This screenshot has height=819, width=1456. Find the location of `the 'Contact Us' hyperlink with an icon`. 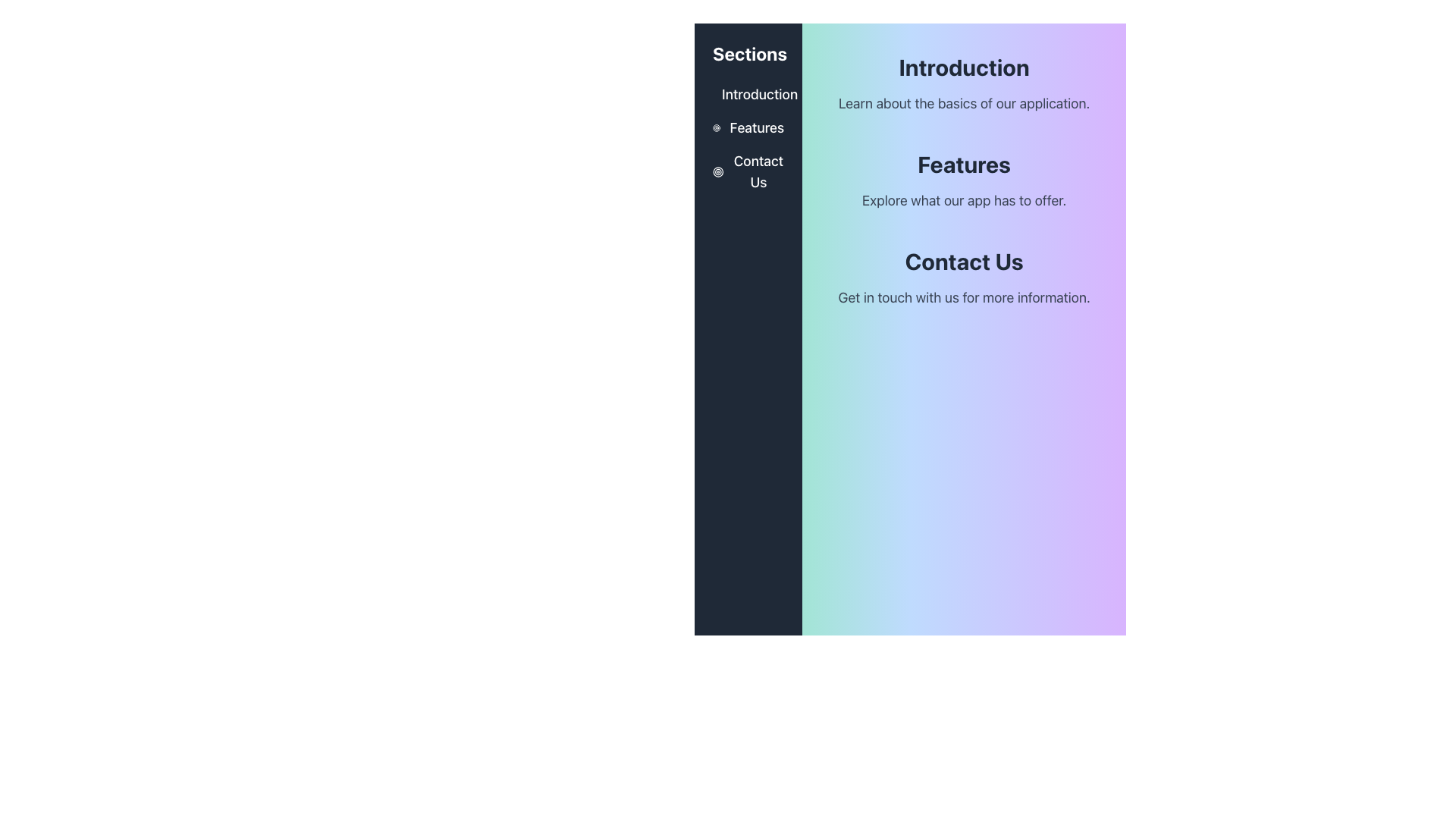

the 'Contact Us' hyperlink with an icon is located at coordinates (748, 171).